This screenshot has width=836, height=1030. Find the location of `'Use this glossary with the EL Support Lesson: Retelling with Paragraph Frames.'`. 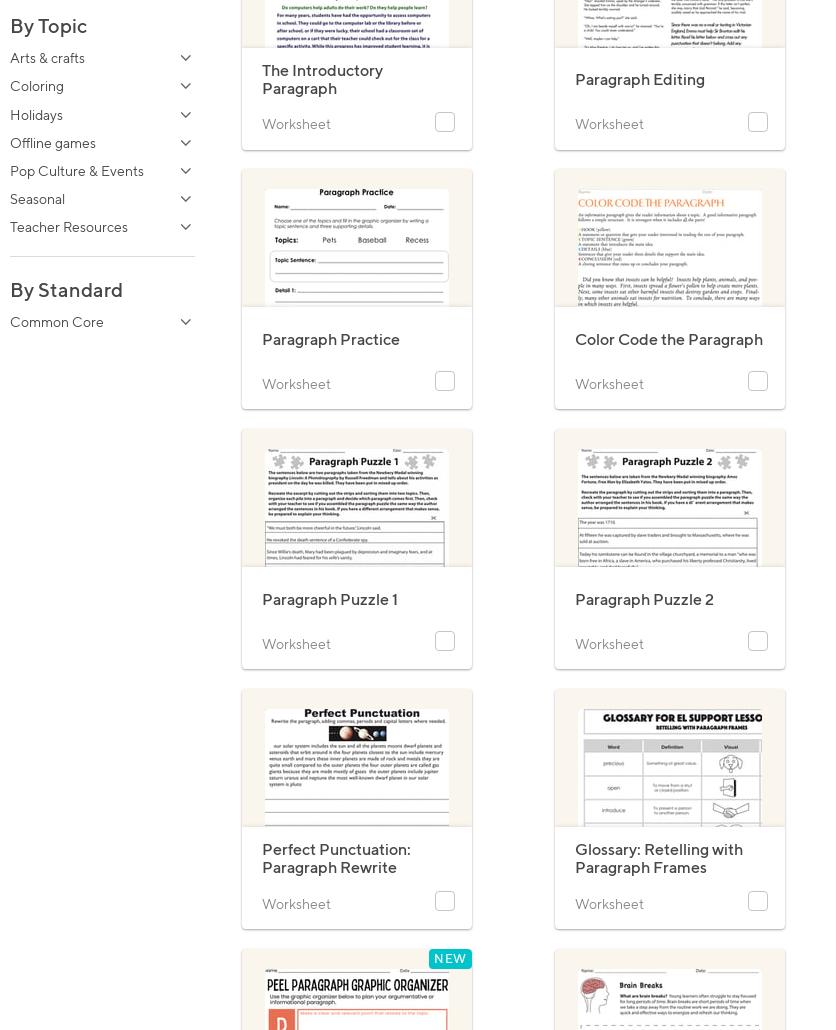

'Use this glossary with the EL Support Lesson: Retelling with Paragraph Frames.' is located at coordinates (667, 904).